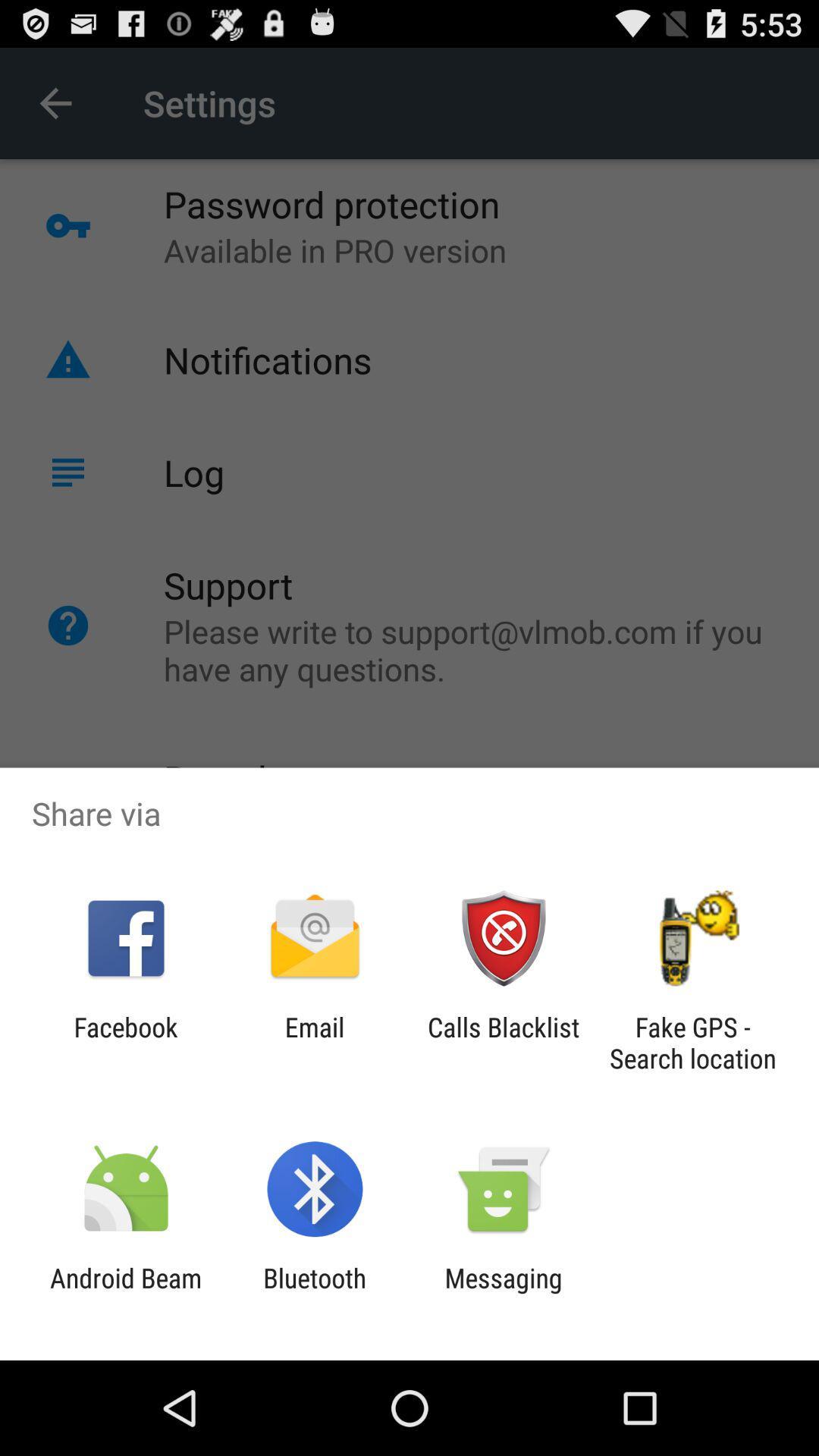  Describe the element at coordinates (314, 1293) in the screenshot. I see `the icon next to android beam app` at that location.